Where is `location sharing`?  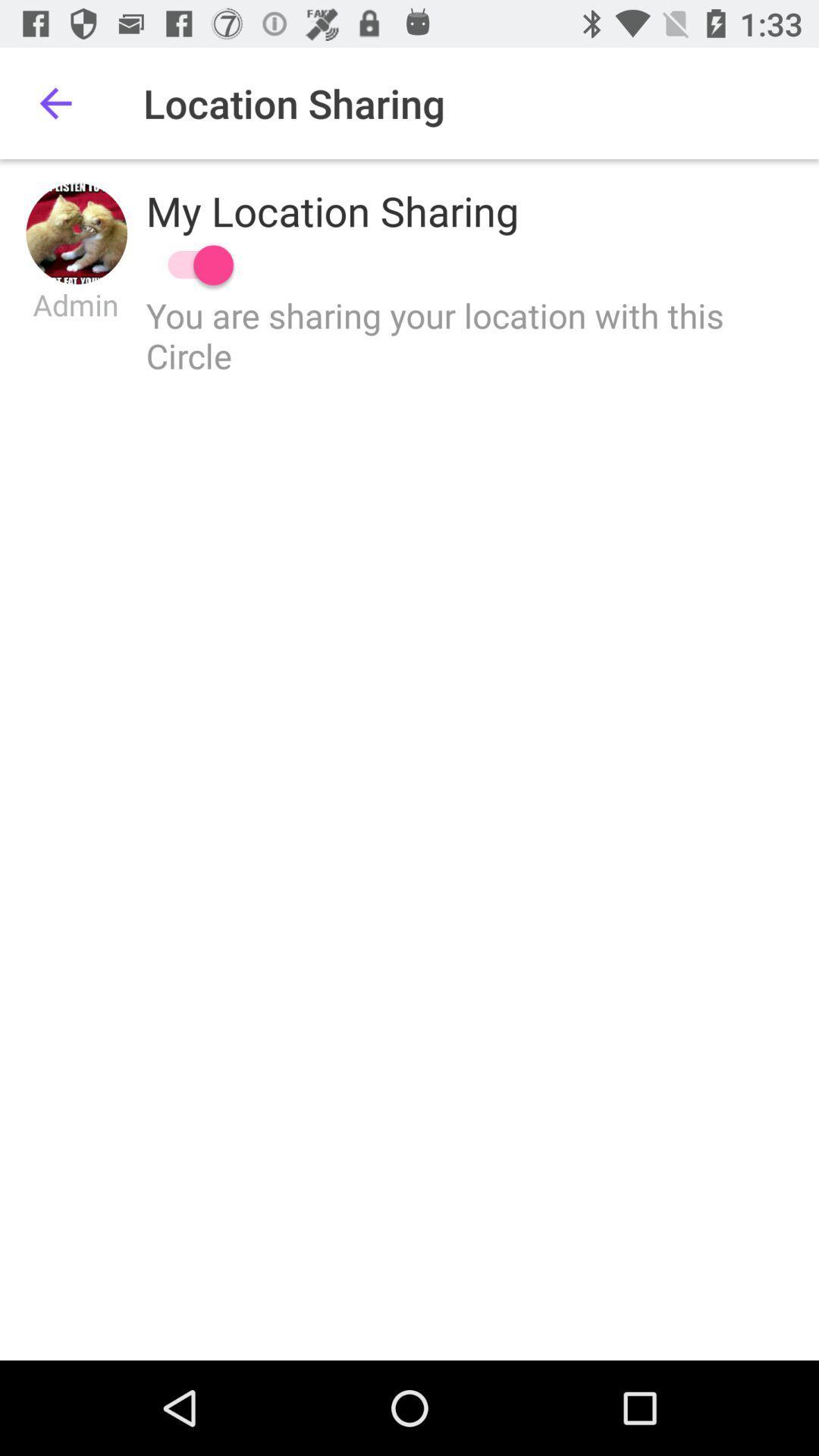
location sharing is located at coordinates (192, 265).